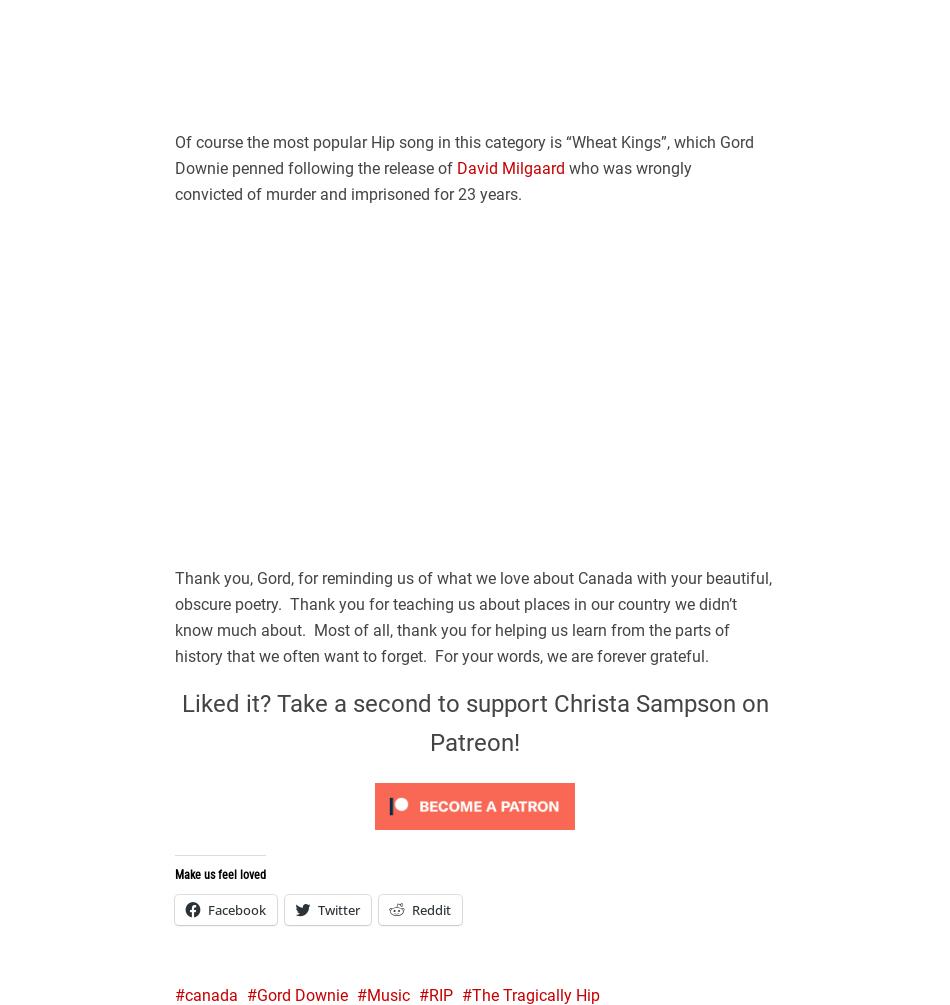 This screenshot has width=950, height=1005. What do you see at coordinates (220, 873) in the screenshot?
I see `'Make us feel loved'` at bounding box center [220, 873].